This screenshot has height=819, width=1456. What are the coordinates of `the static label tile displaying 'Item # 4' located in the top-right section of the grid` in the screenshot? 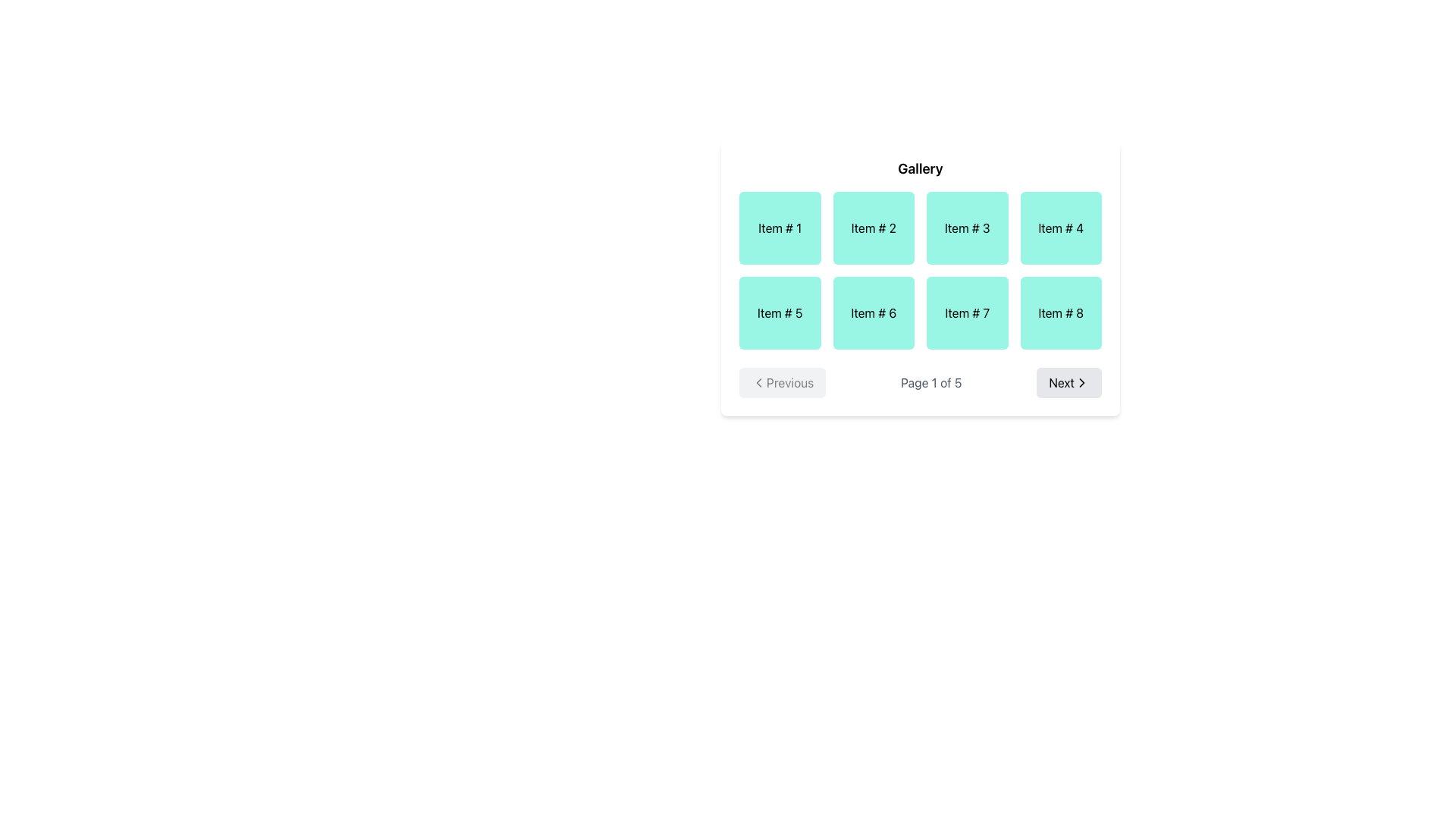 It's located at (1060, 227).